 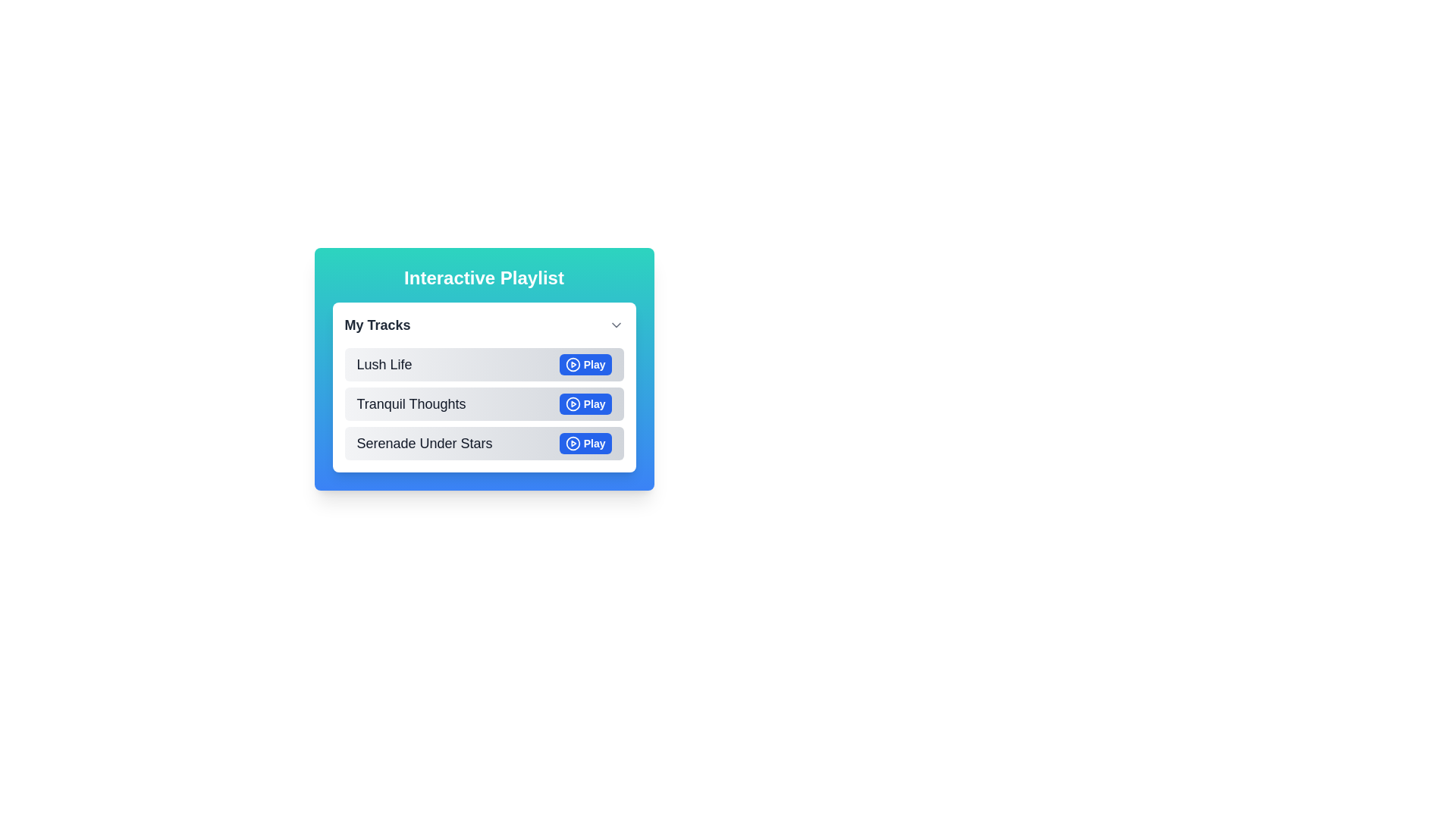 I want to click on the text label that displays the title of the audio track, which is centrally located in the second entry of a vertical list, to the left of the blue 'Play' button, so click(x=411, y=403).